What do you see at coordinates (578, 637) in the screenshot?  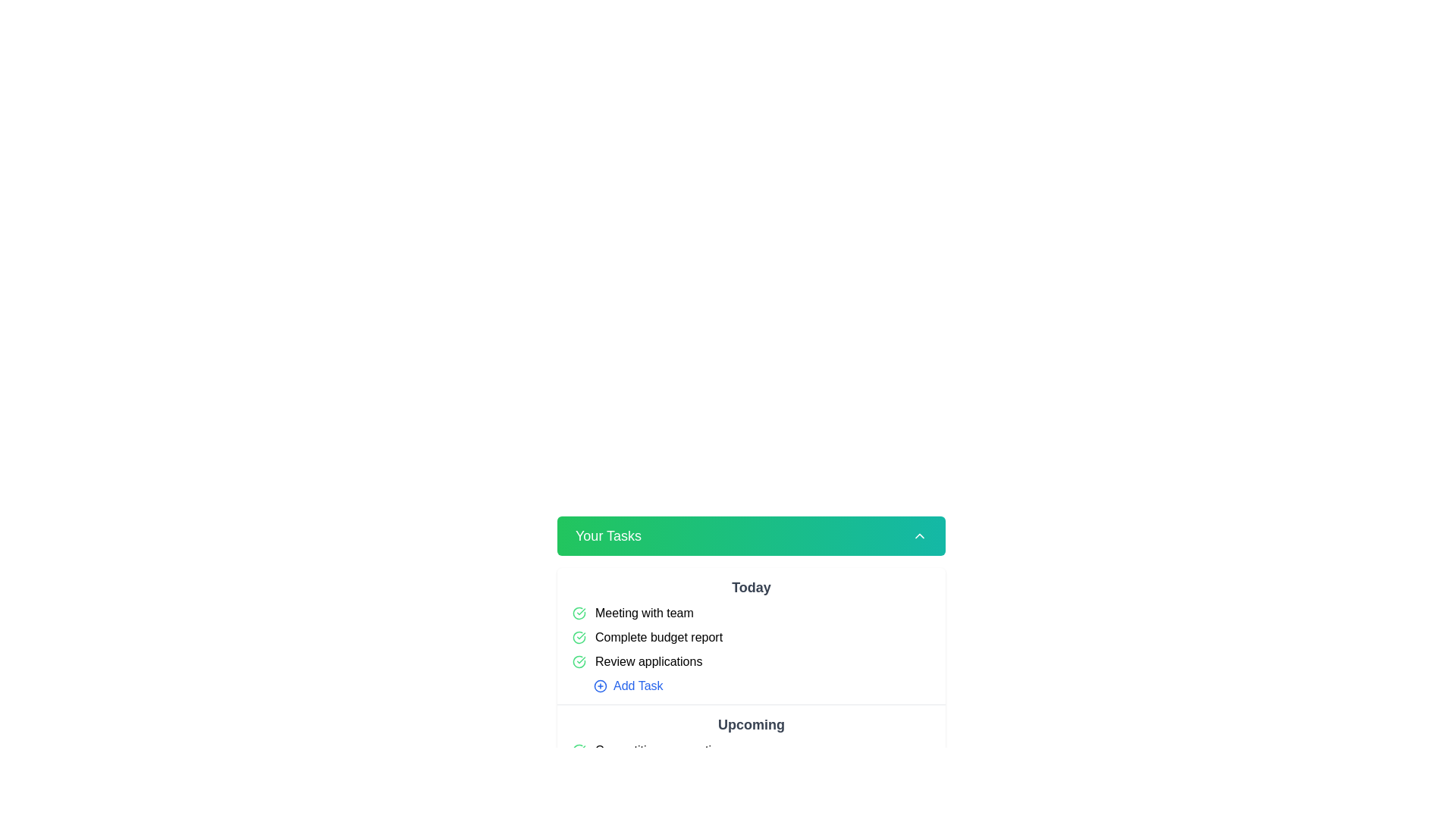 I see `the Checkmark icon indicating the completion status of the 'Complete budget report' task in the 'Today' section of the task list` at bounding box center [578, 637].